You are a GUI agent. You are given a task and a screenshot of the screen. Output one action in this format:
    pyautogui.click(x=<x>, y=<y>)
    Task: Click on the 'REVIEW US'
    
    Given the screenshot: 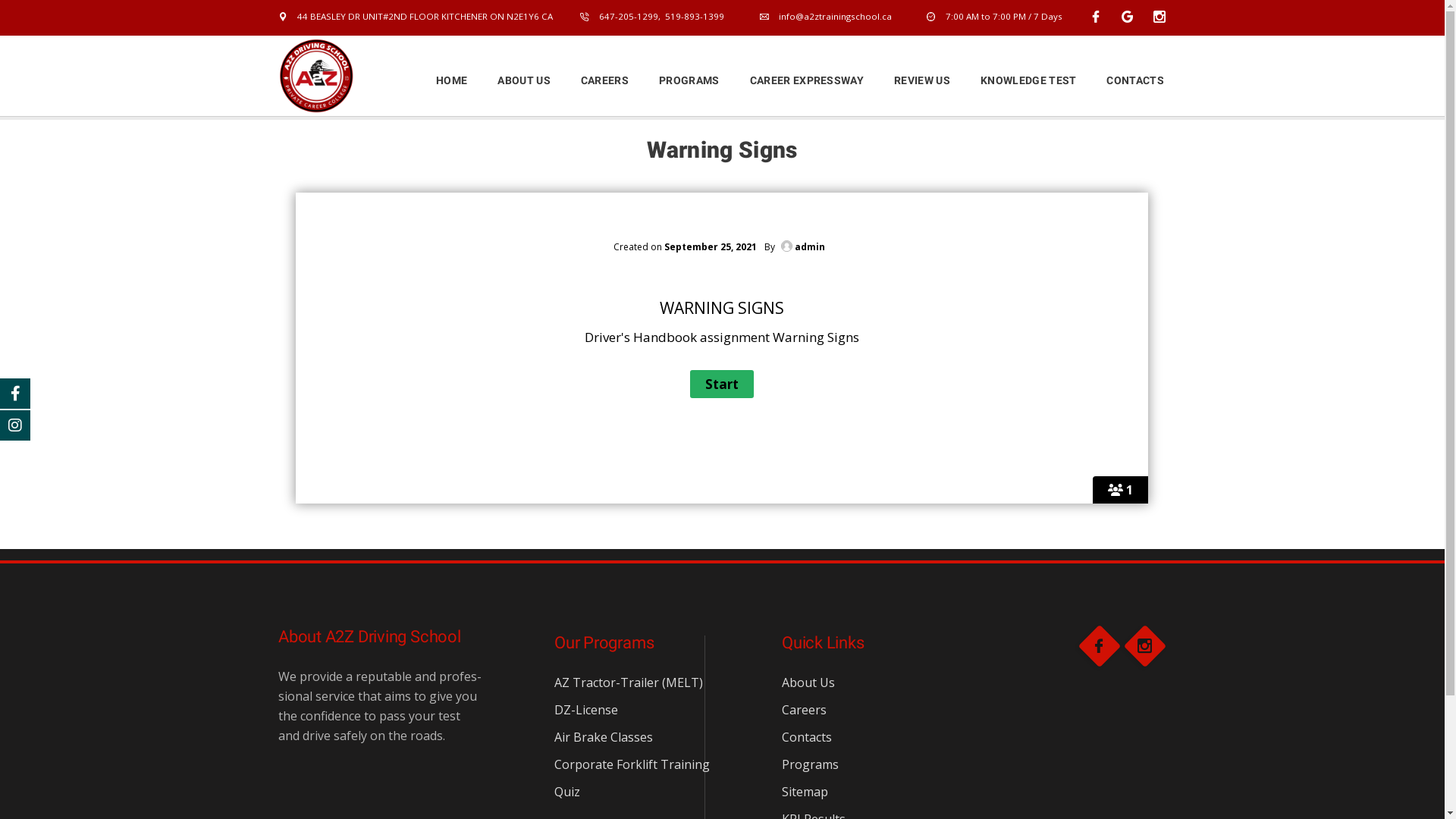 What is the action you would take?
    pyautogui.click(x=921, y=80)
    